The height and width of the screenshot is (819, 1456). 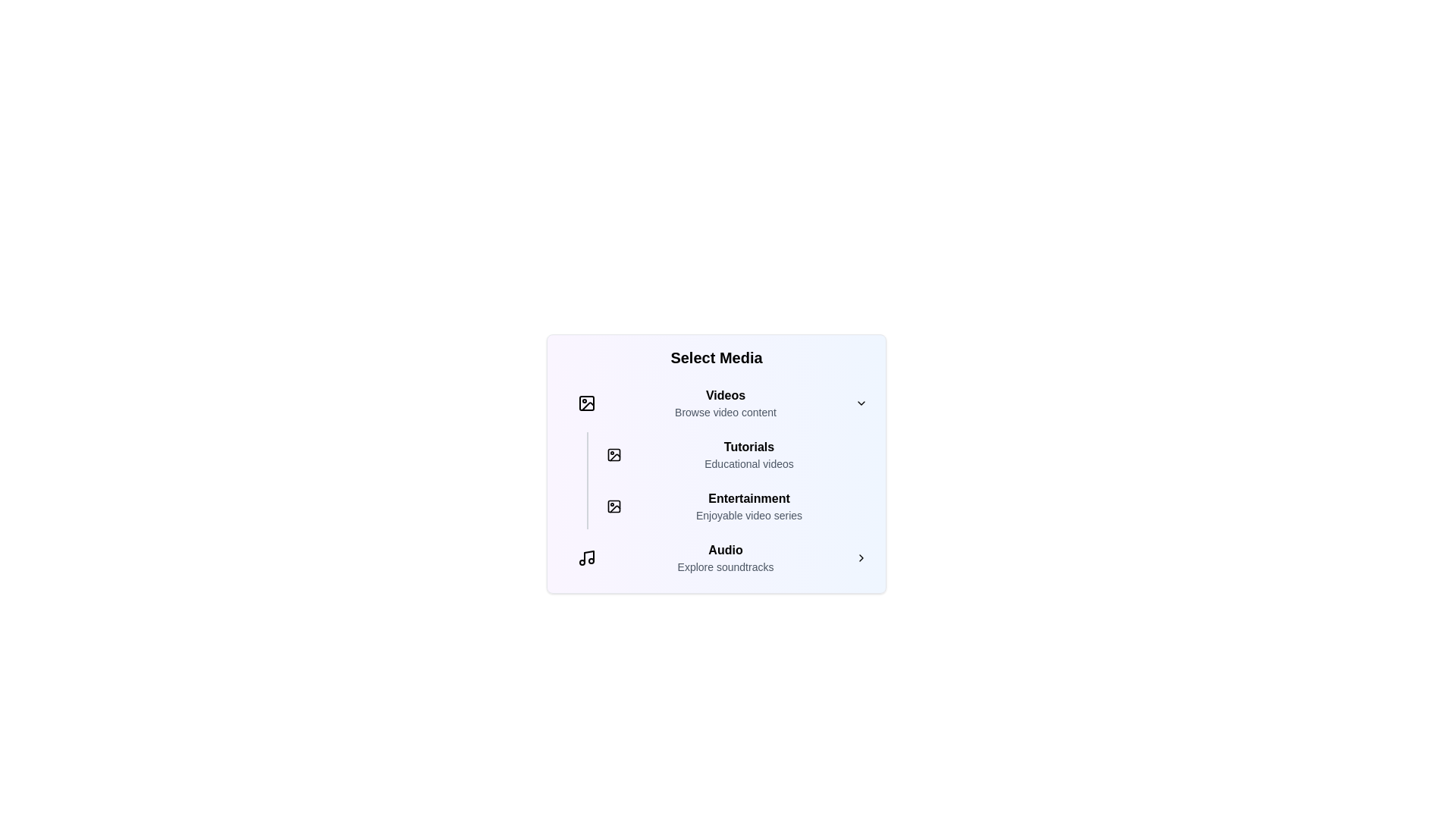 What do you see at coordinates (724, 403) in the screenshot?
I see `to select the 'Videos' option from the vertically stacked list of media categories, which is centrally aligned below the main heading 'Select Media.'` at bounding box center [724, 403].